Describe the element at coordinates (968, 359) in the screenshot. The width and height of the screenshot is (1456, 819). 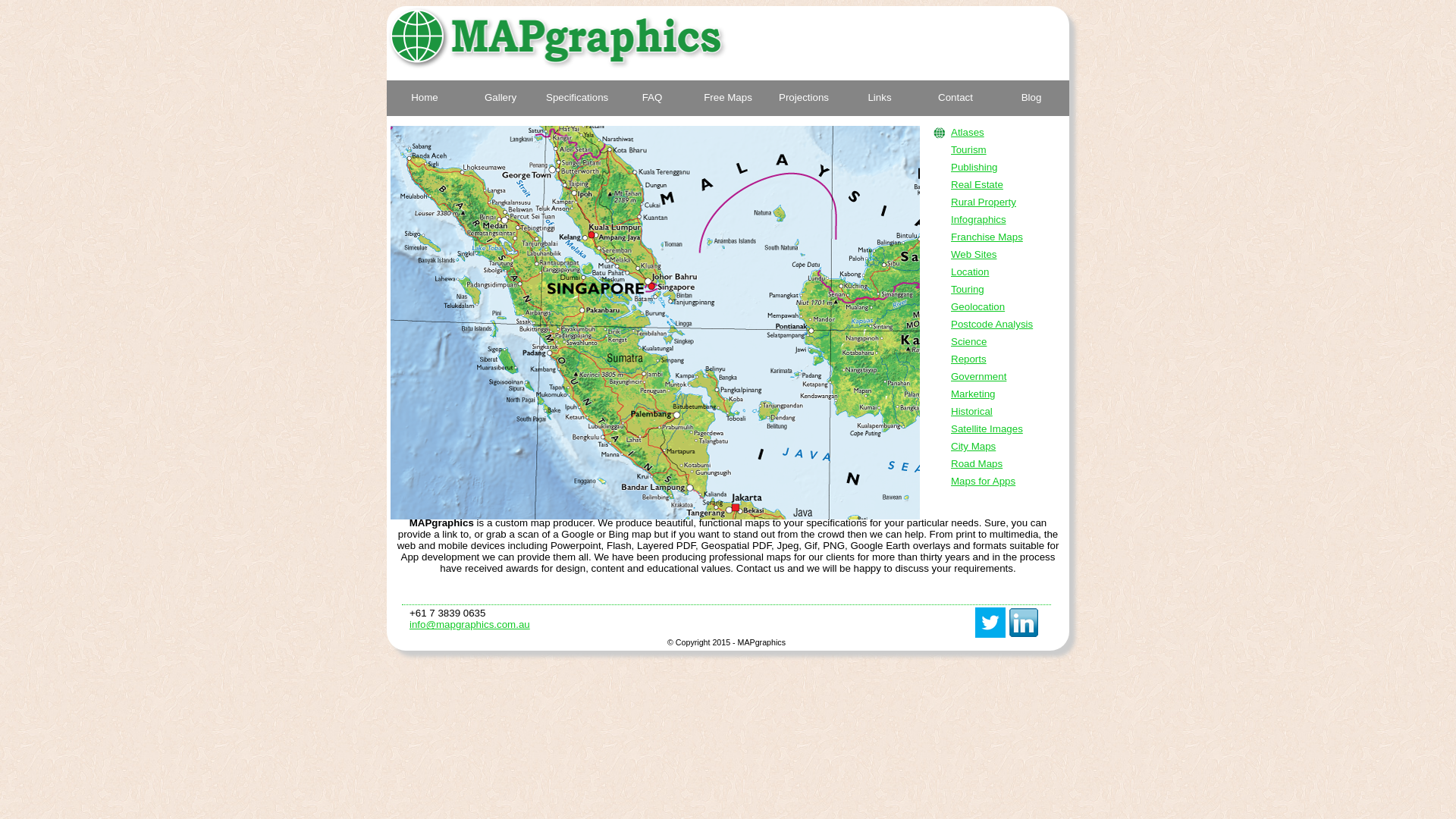
I see `'Reports'` at that location.